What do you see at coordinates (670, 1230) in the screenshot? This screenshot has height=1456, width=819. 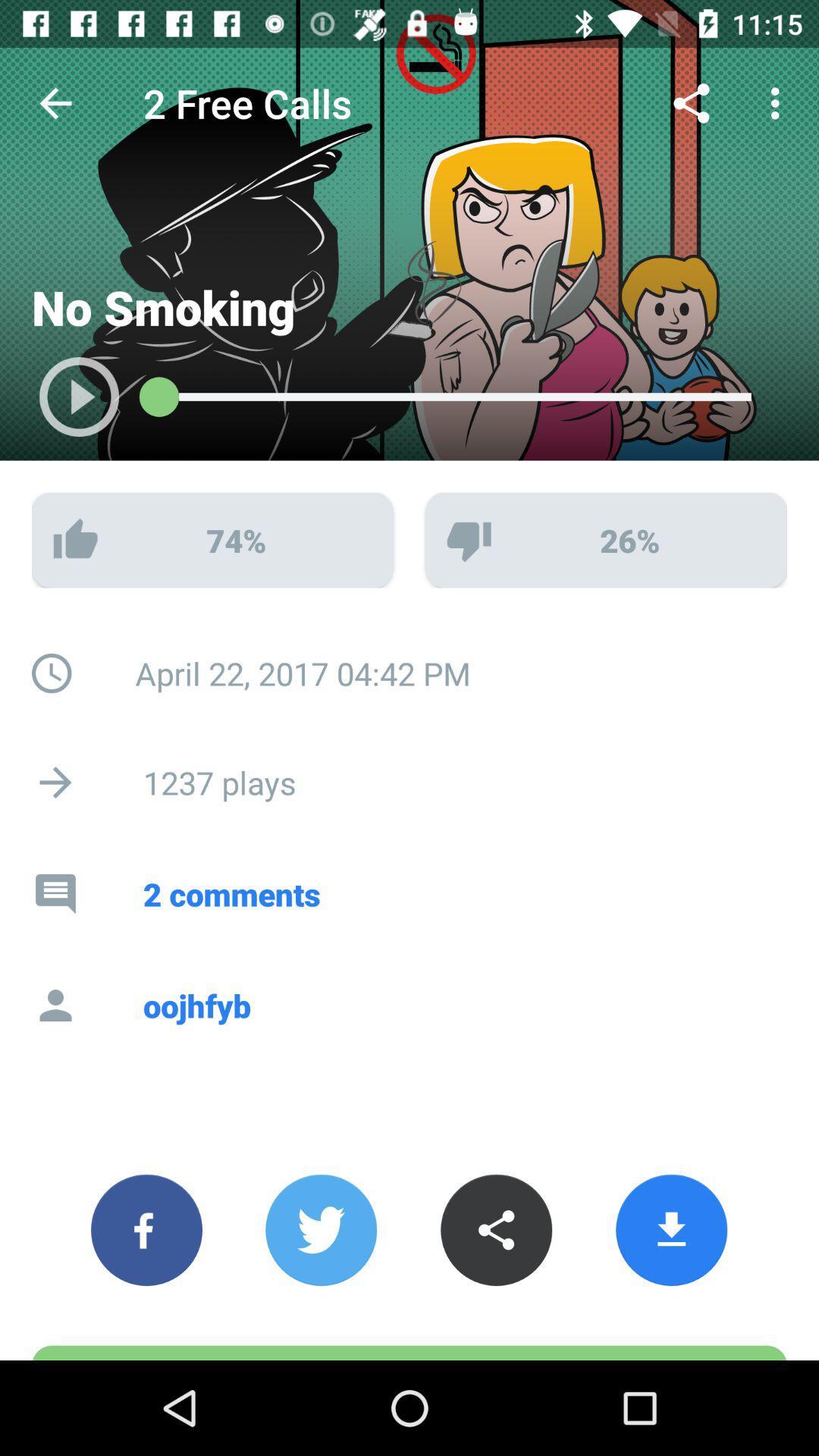 I see `the button which is next to the share button` at bounding box center [670, 1230].